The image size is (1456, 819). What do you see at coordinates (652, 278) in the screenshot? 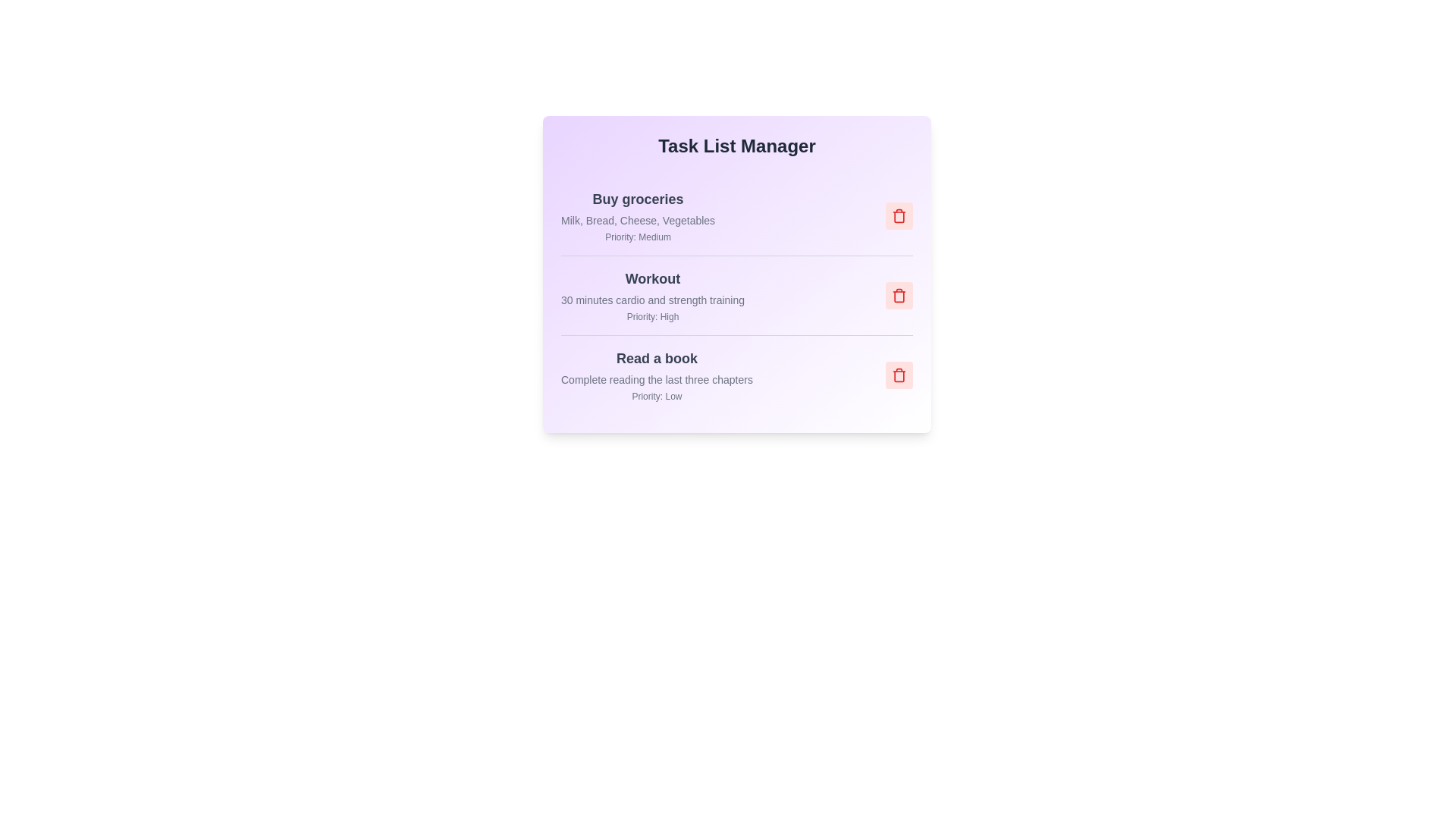
I see `the task item with title Workout` at bounding box center [652, 278].